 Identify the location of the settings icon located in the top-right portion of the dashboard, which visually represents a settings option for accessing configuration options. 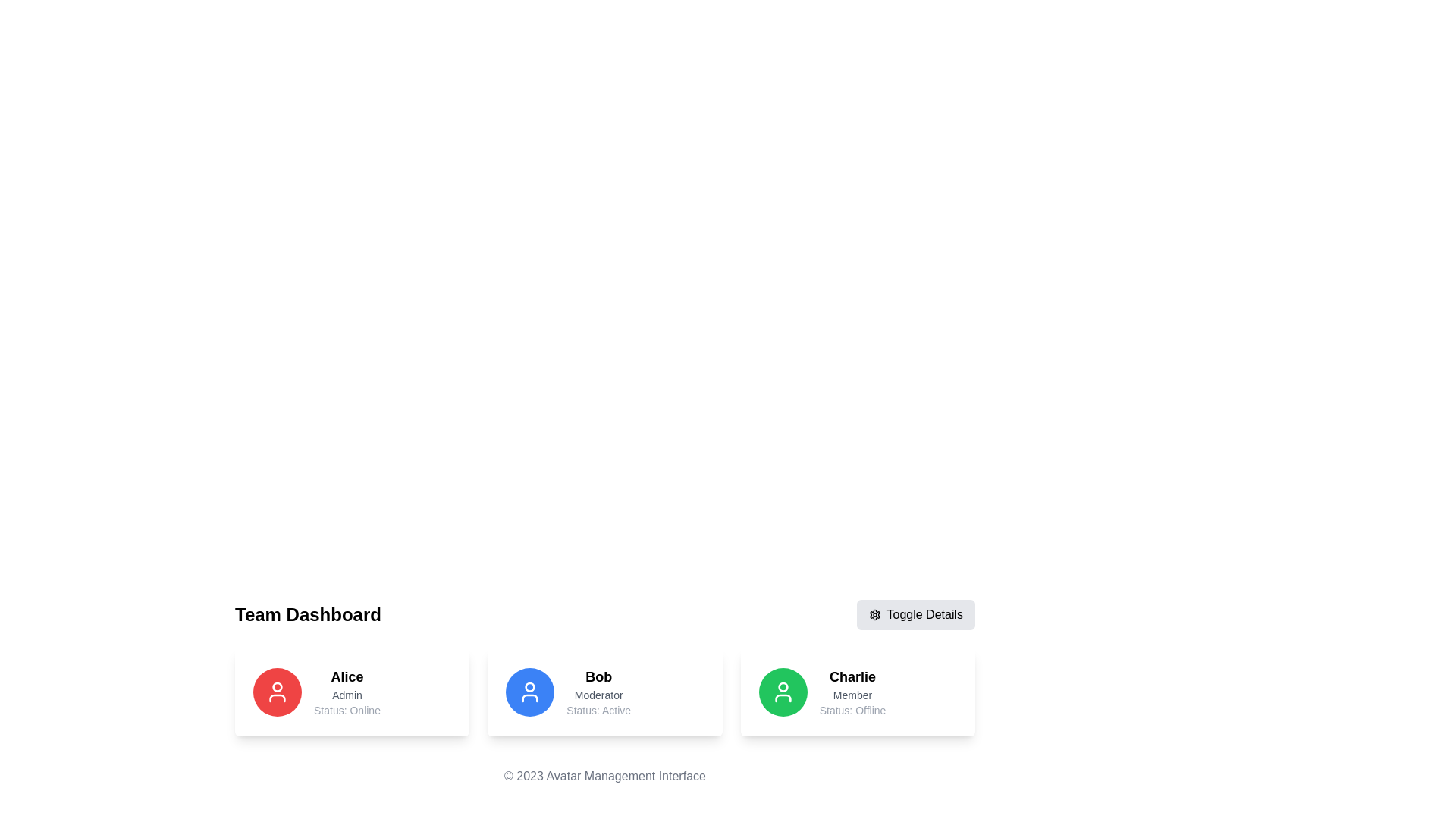
(874, 614).